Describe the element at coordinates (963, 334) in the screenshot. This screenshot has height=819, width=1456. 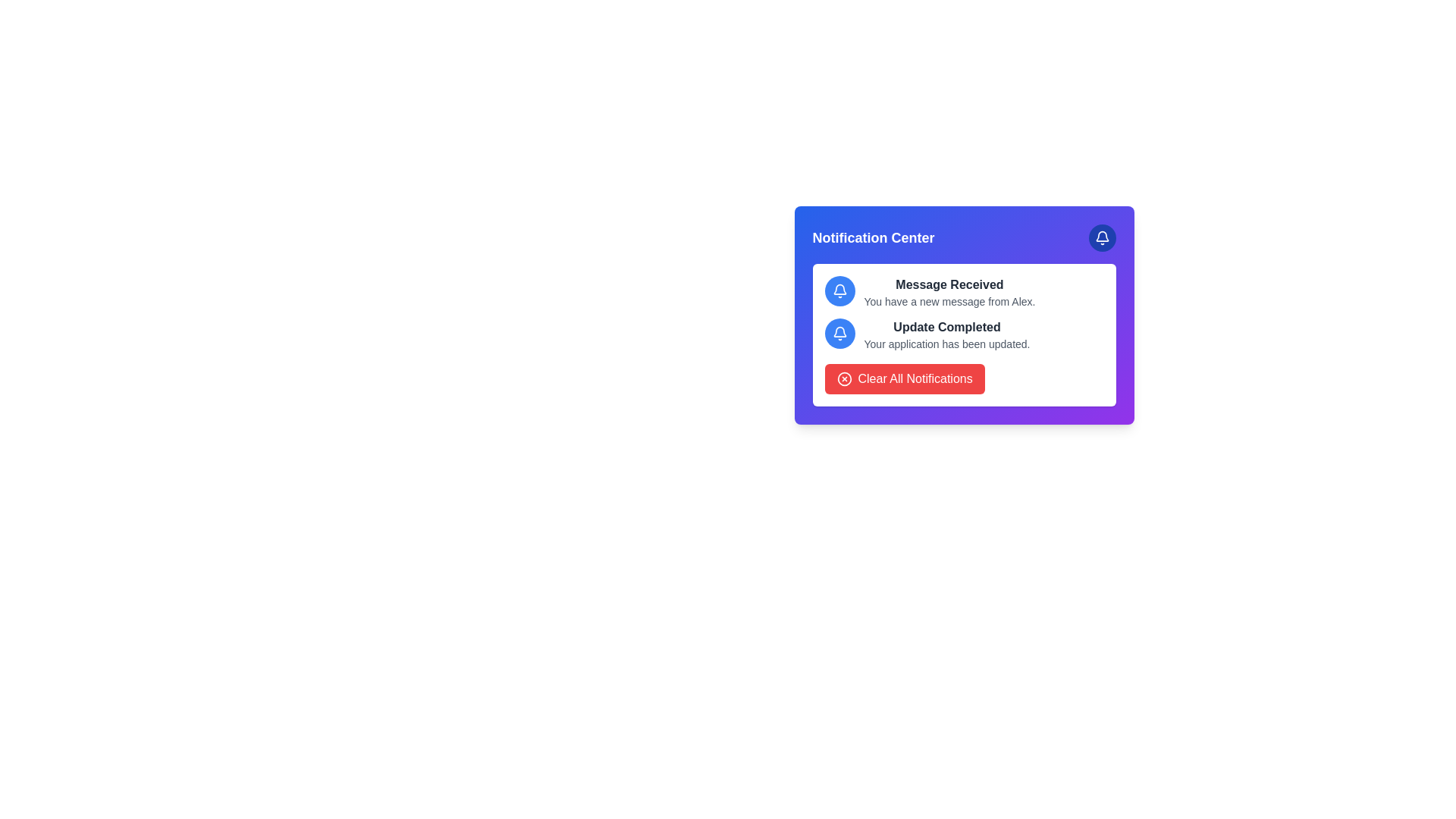
I see `the second notification item in the notification center, which informs the user of a successful application update` at that location.